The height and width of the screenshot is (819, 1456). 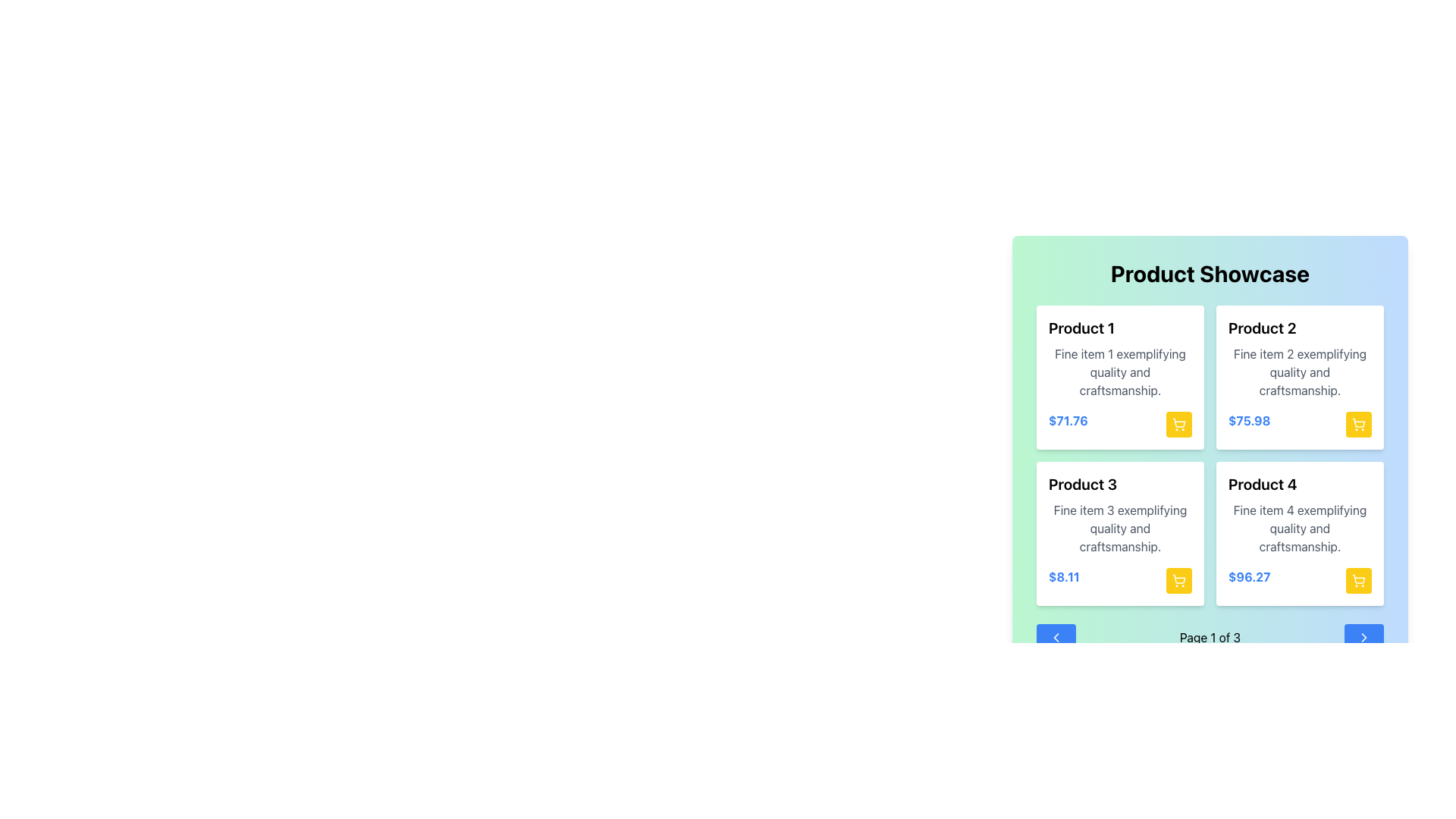 I want to click on the shopping cart icon associated with Product 4, so click(x=1359, y=579).